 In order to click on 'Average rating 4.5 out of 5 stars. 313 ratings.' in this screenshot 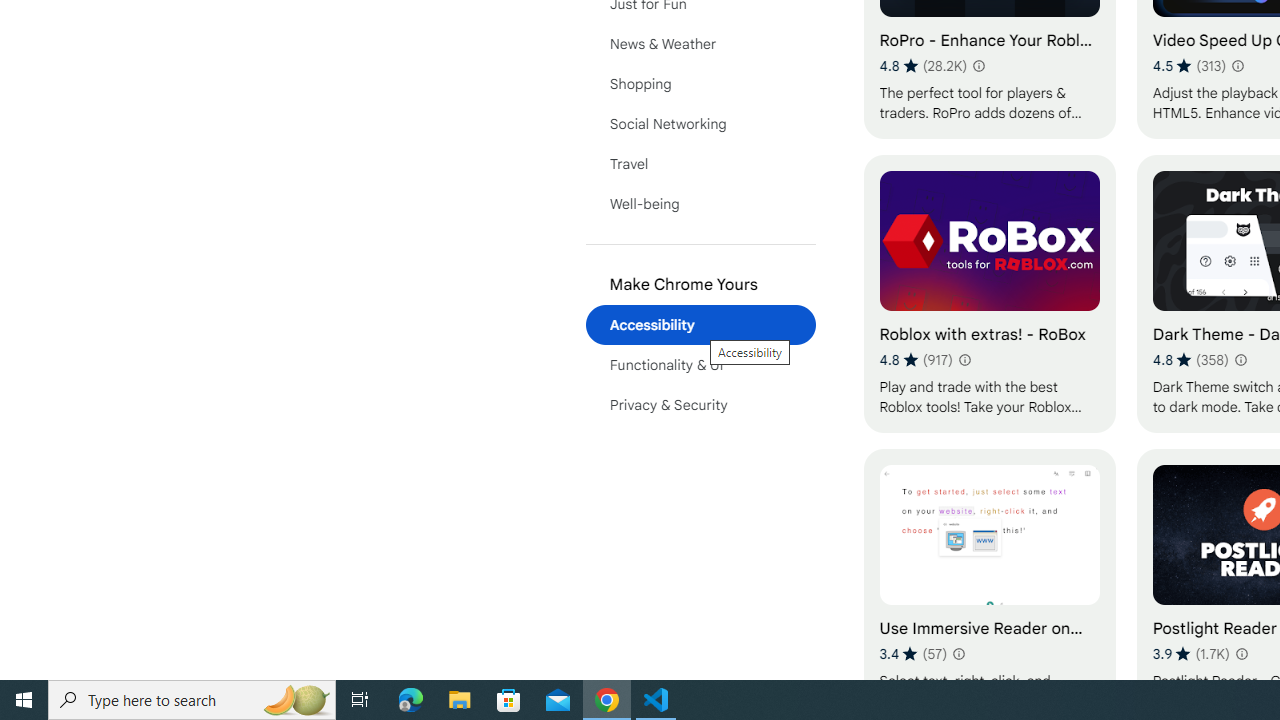, I will do `click(1189, 65)`.